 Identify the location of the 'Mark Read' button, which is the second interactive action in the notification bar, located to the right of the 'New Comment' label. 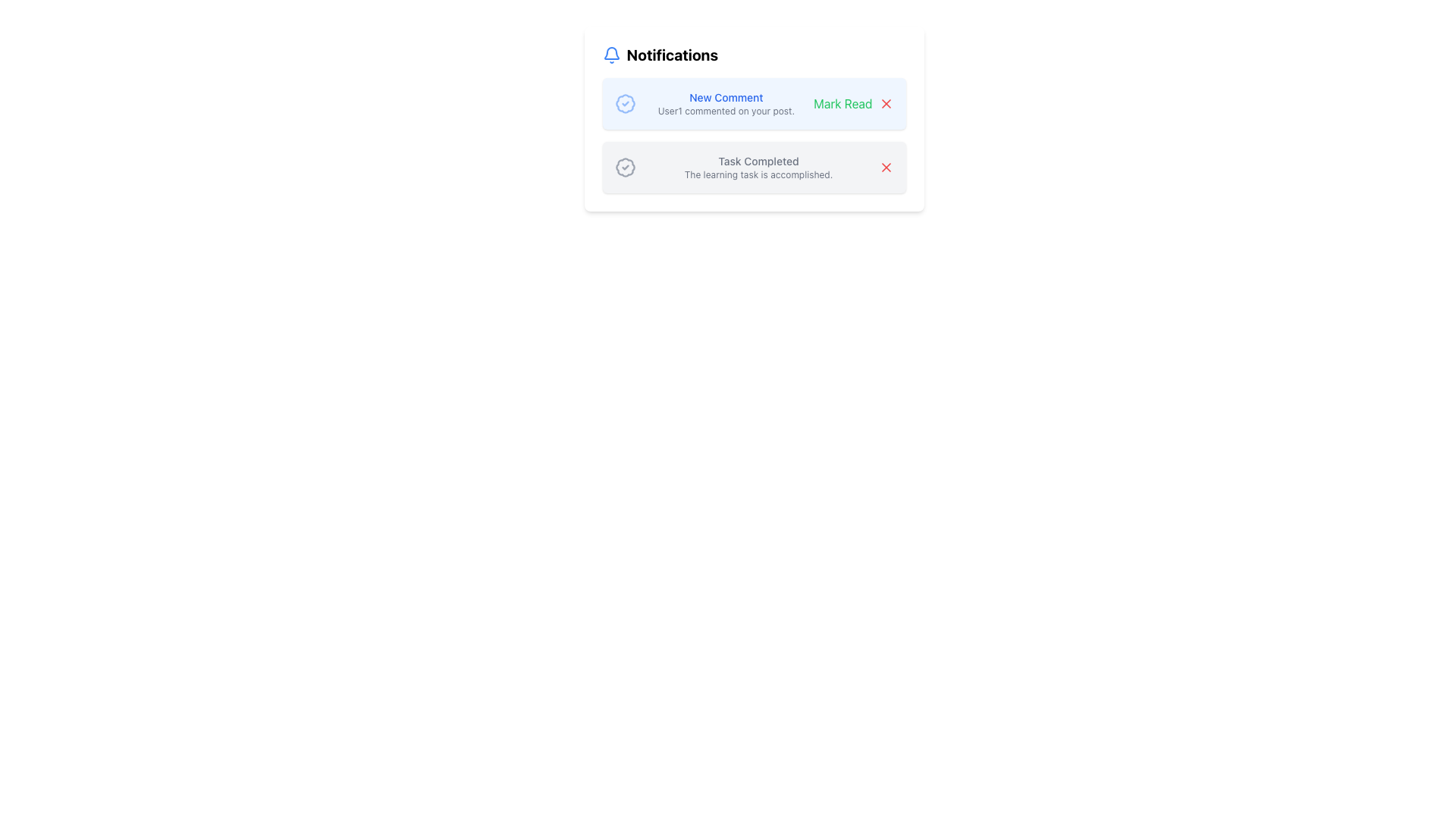
(853, 103).